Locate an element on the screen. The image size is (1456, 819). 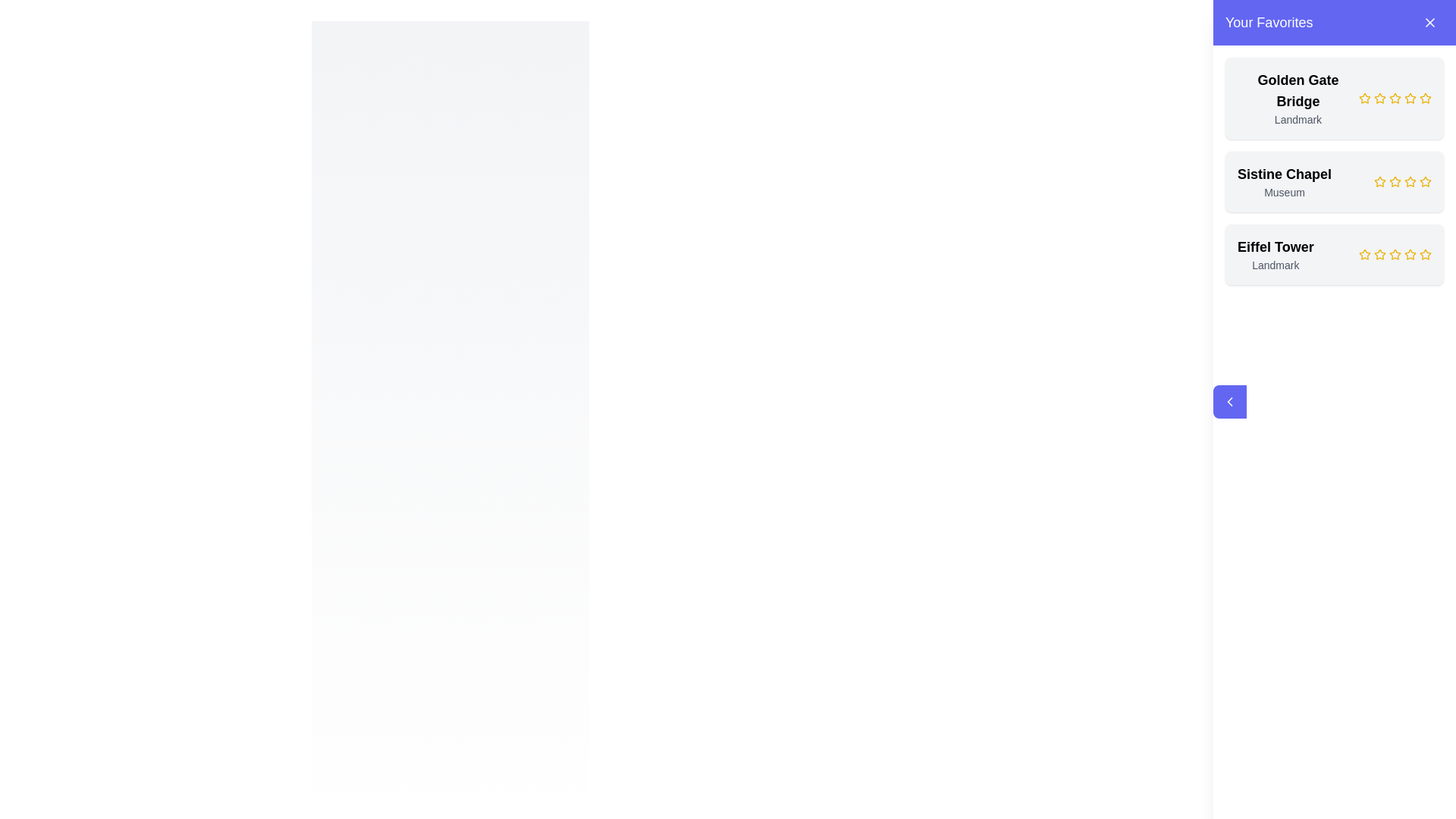
the third star-shaped icon with a yellow outline in the star rating system to rate it, located near the title 'Eiffel Tower' is located at coordinates (1379, 253).